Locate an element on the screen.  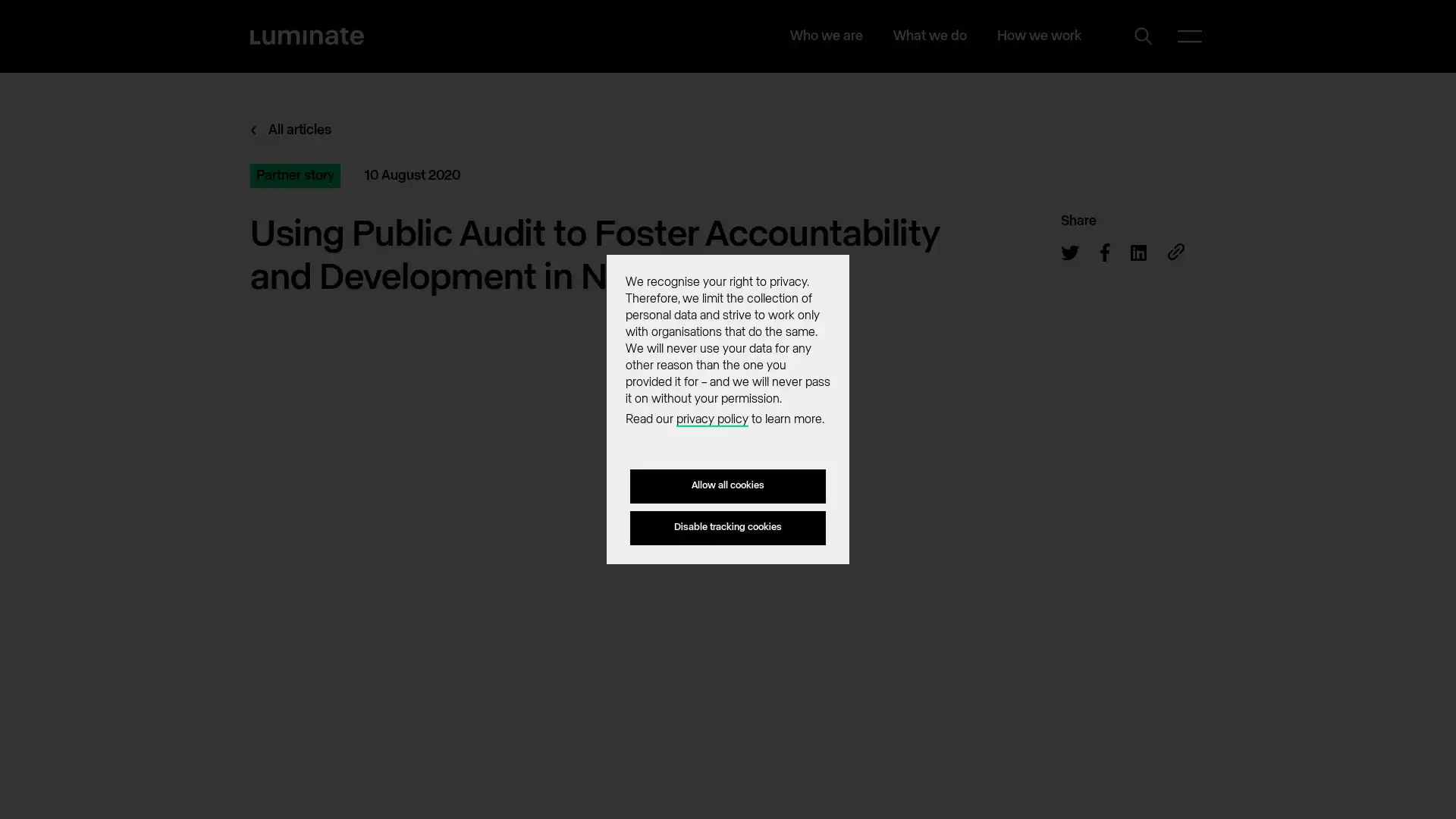
Allow all cookies is located at coordinates (728, 486).